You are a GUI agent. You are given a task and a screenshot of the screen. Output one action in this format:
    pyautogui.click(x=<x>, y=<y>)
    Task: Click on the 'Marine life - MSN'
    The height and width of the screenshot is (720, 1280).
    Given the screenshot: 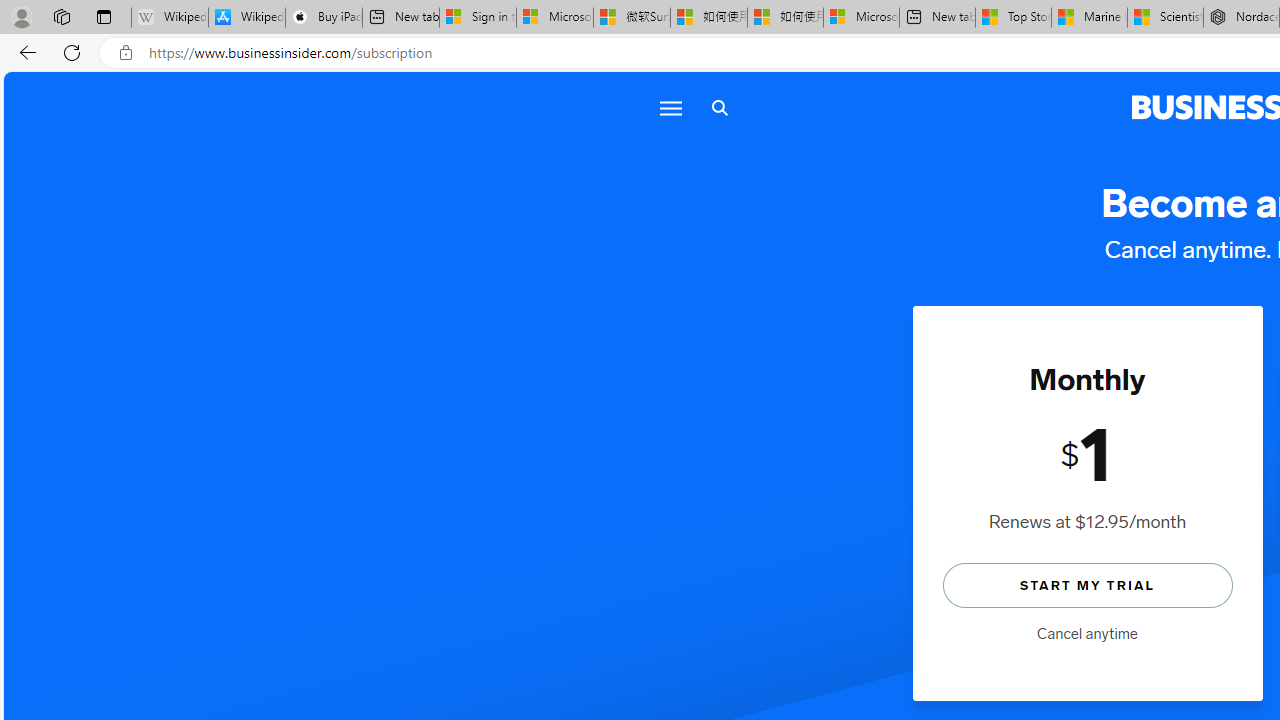 What is the action you would take?
    pyautogui.click(x=1088, y=17)
    